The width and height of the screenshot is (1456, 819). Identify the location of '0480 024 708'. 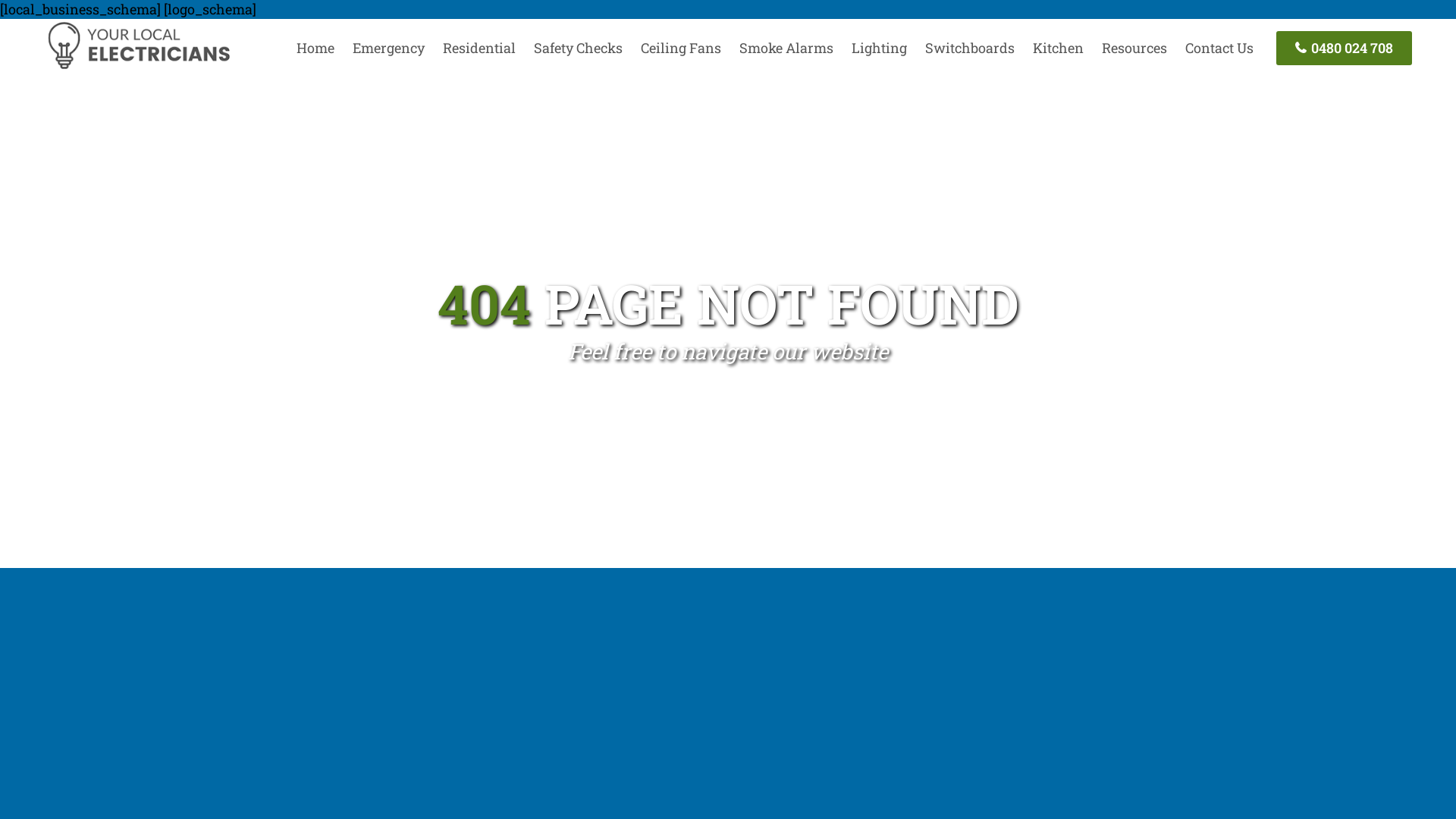
(1344, 47).